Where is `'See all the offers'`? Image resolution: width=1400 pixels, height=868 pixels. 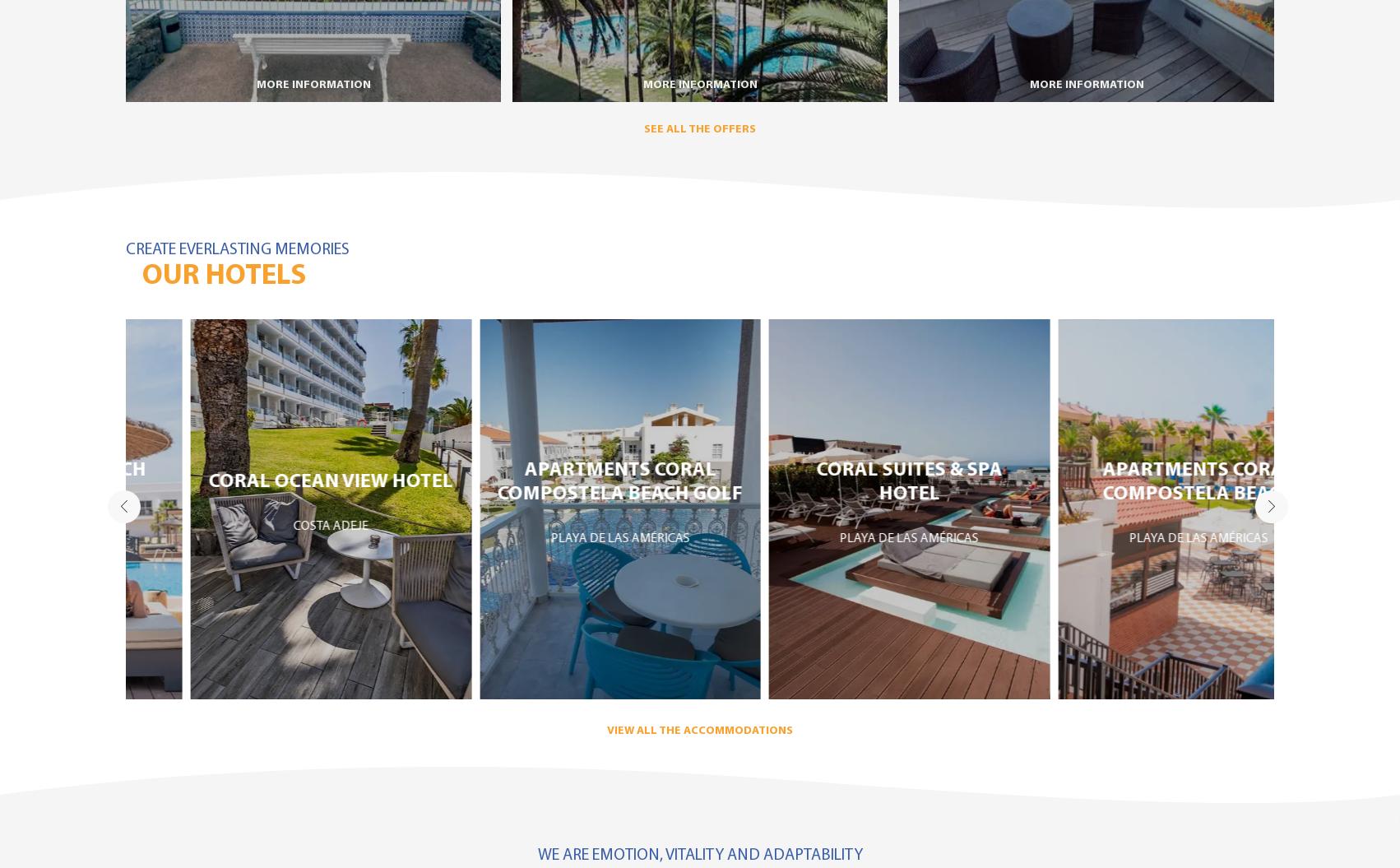 'See all the offers' is located at coordinates (700, 128).